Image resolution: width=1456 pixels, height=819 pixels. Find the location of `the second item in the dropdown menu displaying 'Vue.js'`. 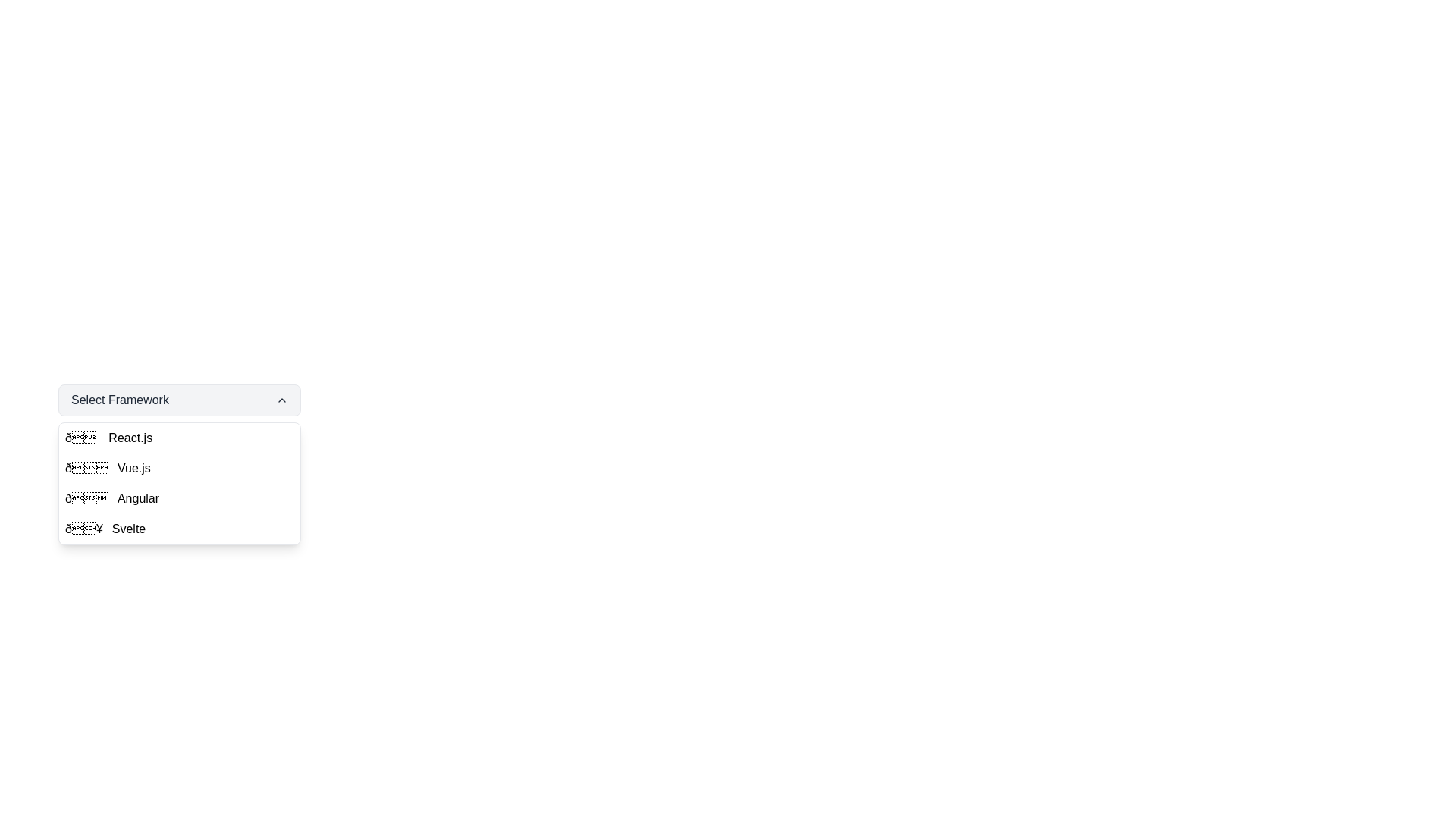

the second item in the dropdown menu displaying 'Vue.js' is located at coordinates (179, 467).